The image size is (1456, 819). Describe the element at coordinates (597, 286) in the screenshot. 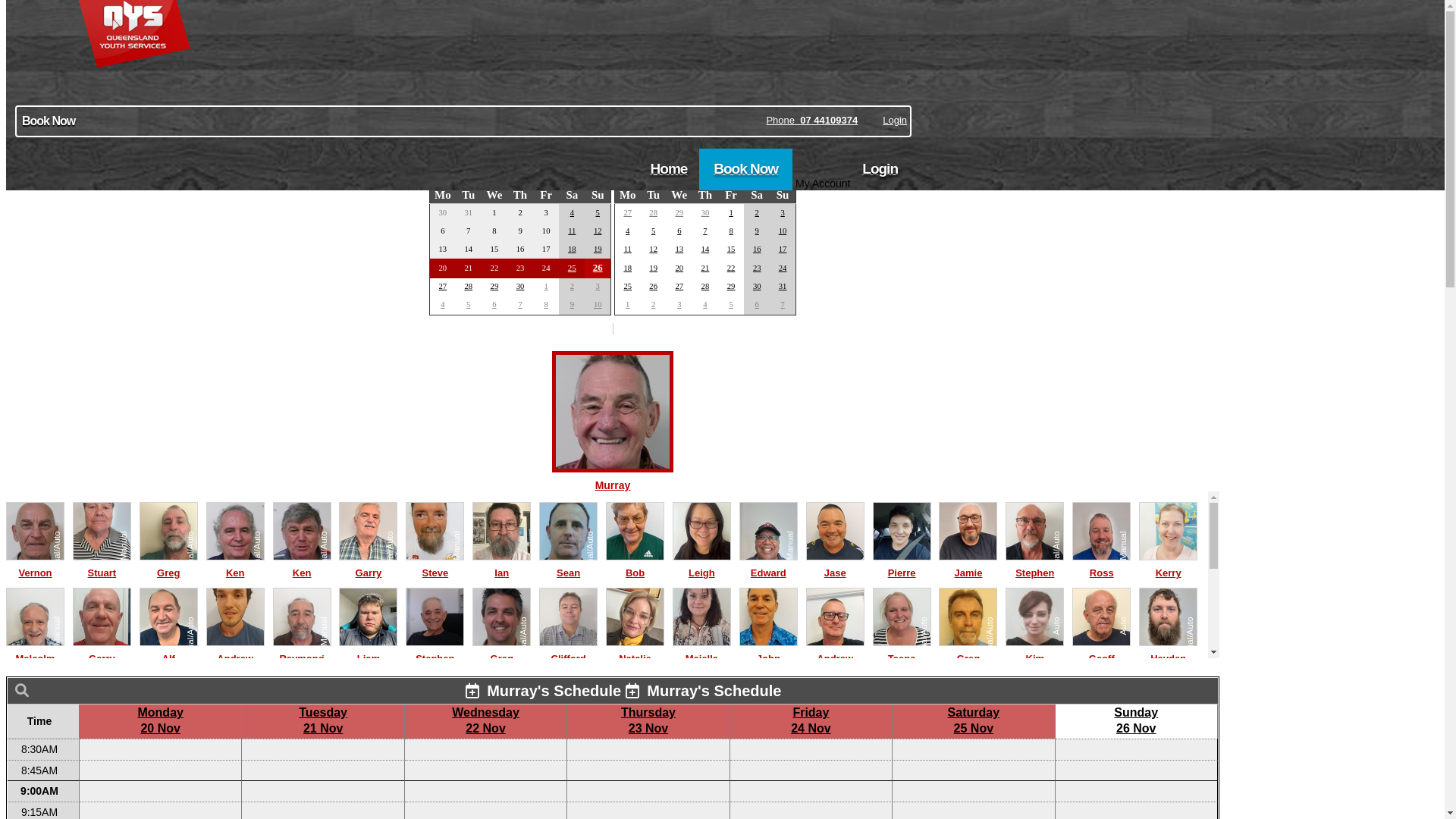

I see `'3'` at that location.